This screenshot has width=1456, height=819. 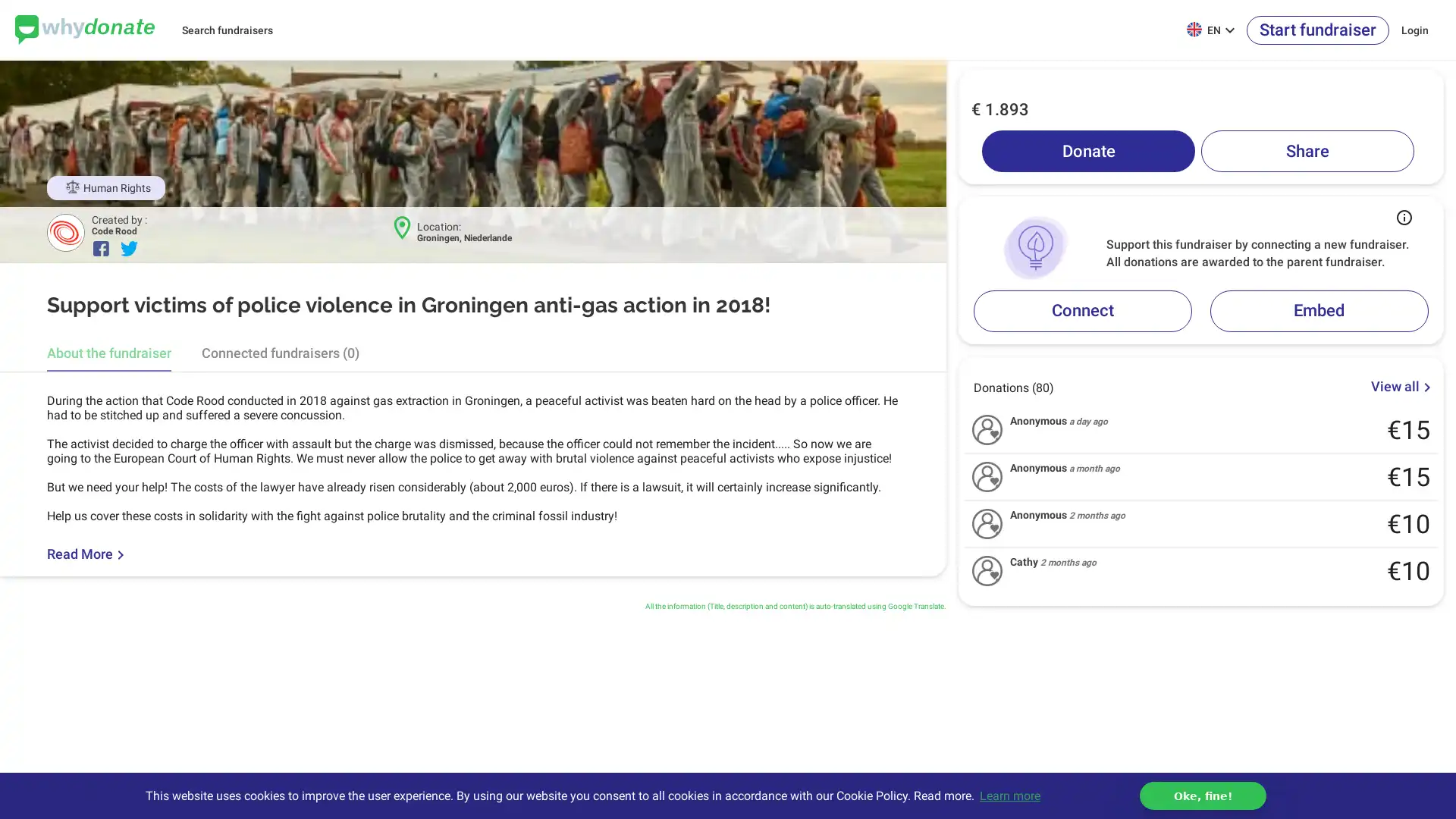 What do you see at coordinates (1316, 29) in the screenshot?
I see `Start fundraiser` at bounding box center [1316, 29].